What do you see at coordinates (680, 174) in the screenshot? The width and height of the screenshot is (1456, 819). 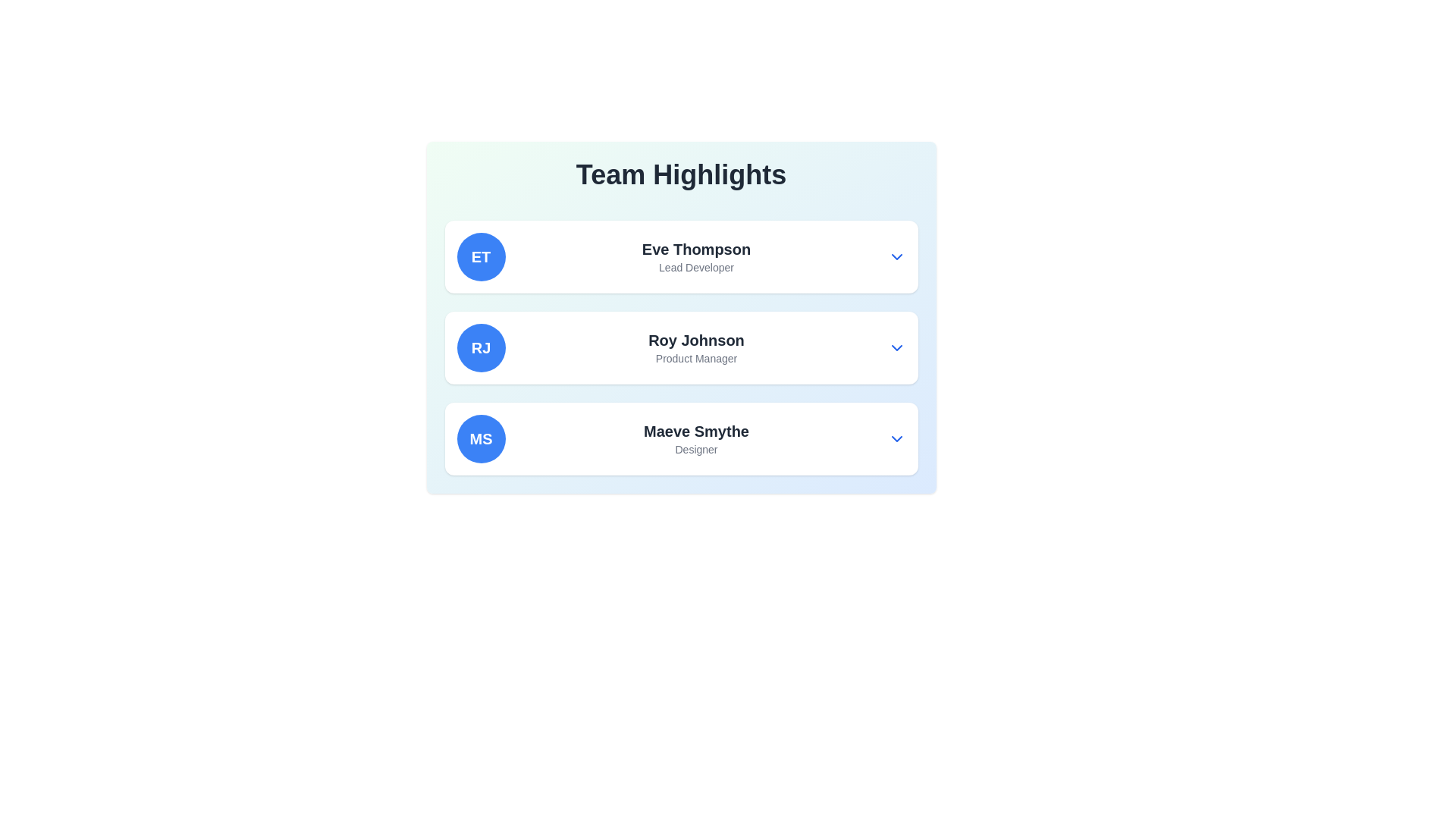 I see `text from the header element that indicates the context of the content below, which is a list of team highlights` at bounding box center [680, 174].